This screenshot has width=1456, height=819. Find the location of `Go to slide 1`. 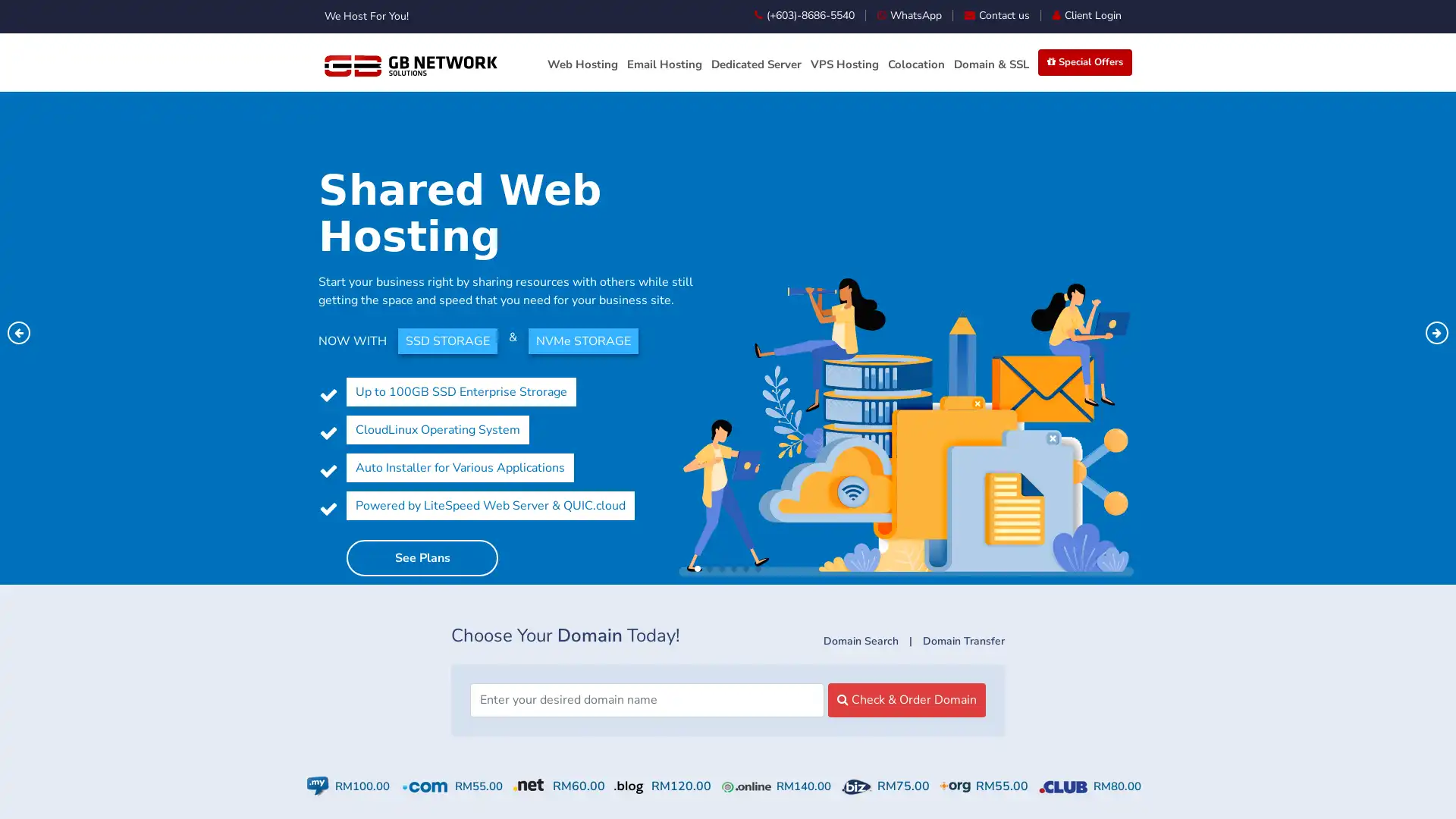

Go to slide 1 is located at coordinates (697, 568).